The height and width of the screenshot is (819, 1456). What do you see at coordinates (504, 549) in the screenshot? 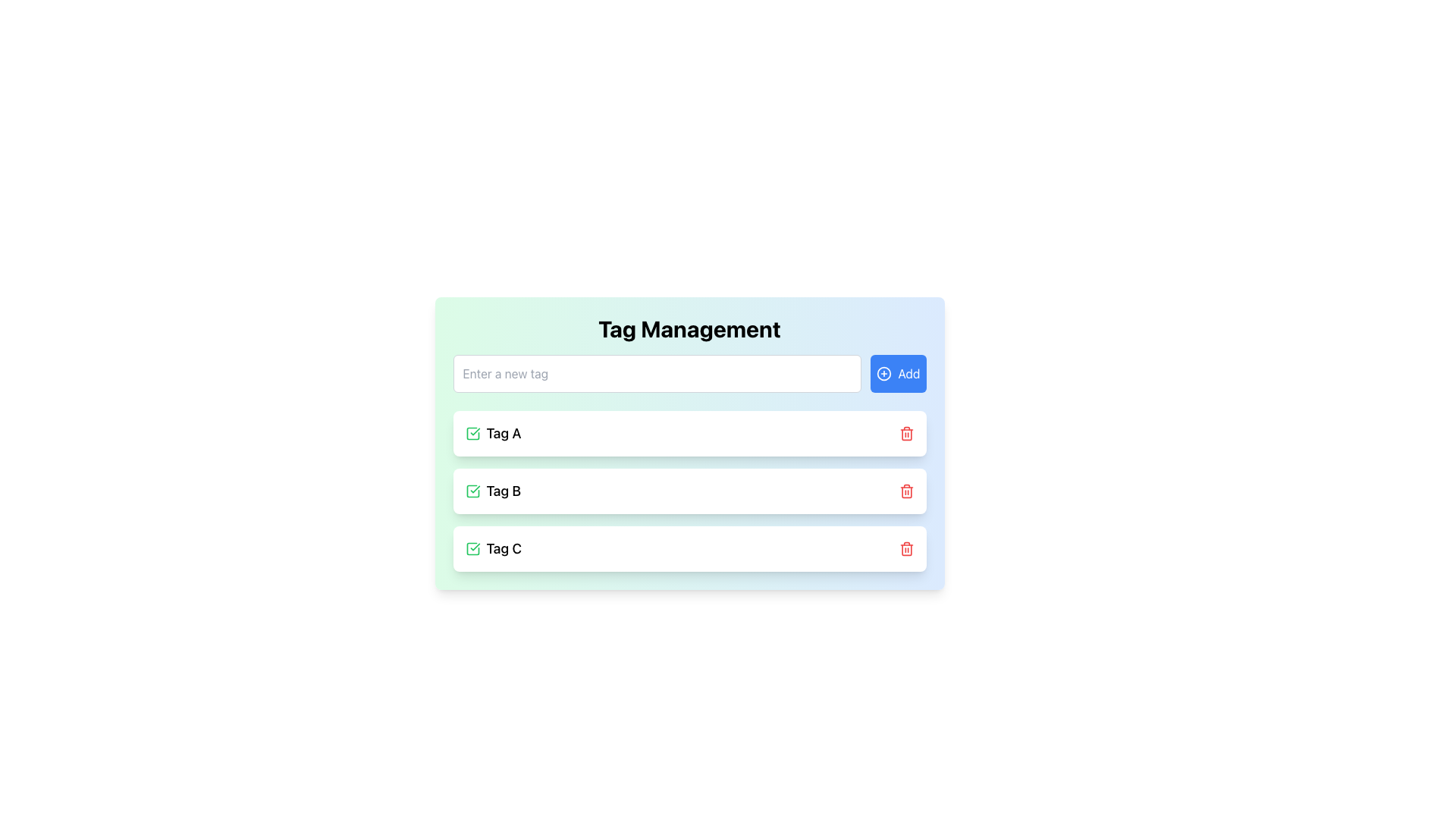
I see `the text label representing the third item in the 'Tag Management' list, which is aligned with a green checkmark icon to the left and a red delete icon to the right` at bounding box center [504, 549].